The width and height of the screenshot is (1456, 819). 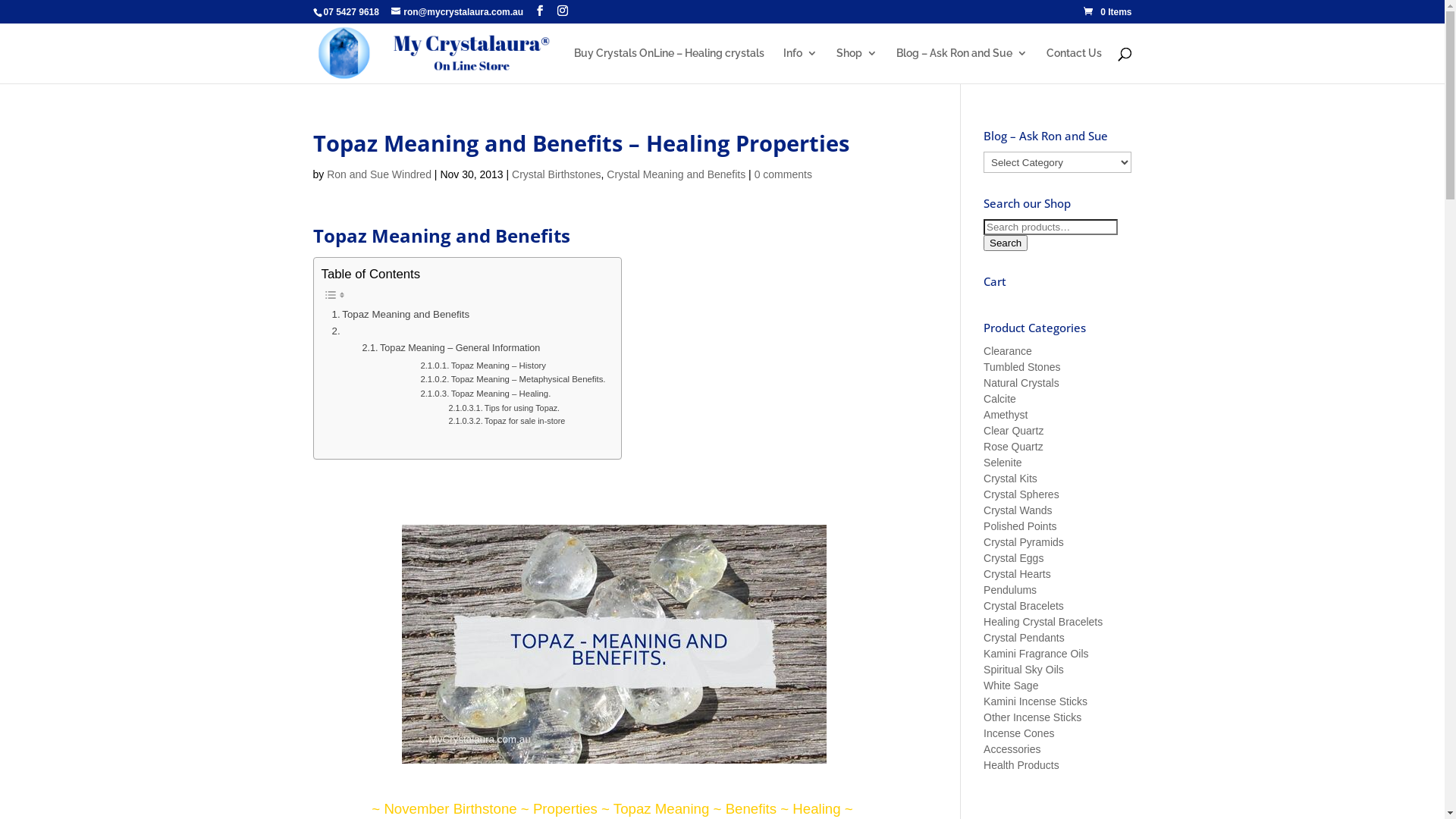 What do you see at coordinates (1023, 669) in the screenshot?
I see `'Spiritual Sky Oils'` at bounding box center [1023, 669].